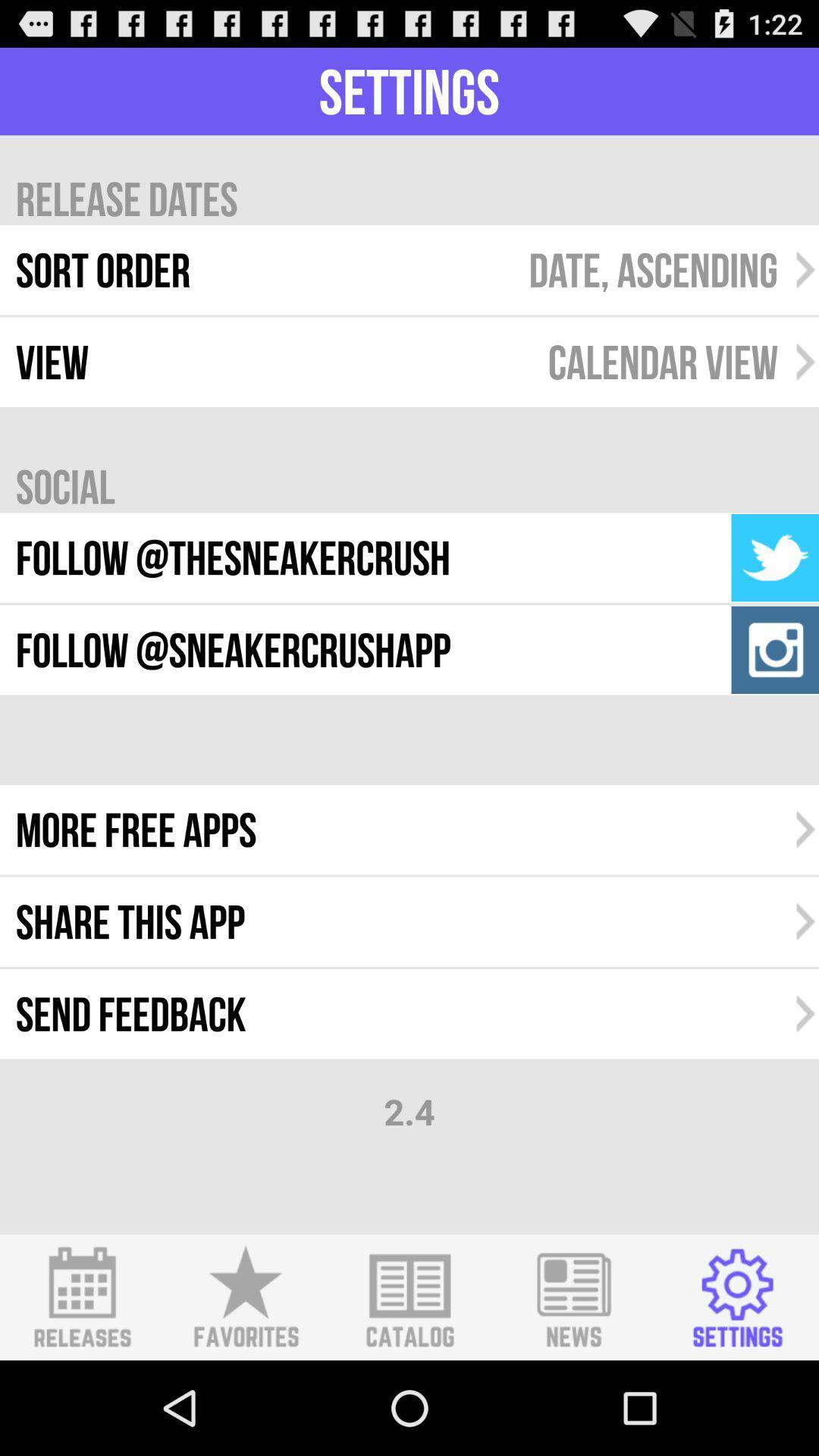 The width and height of the screenshot is (819, 1456). I want to click on releases option, so click(82, 1297).